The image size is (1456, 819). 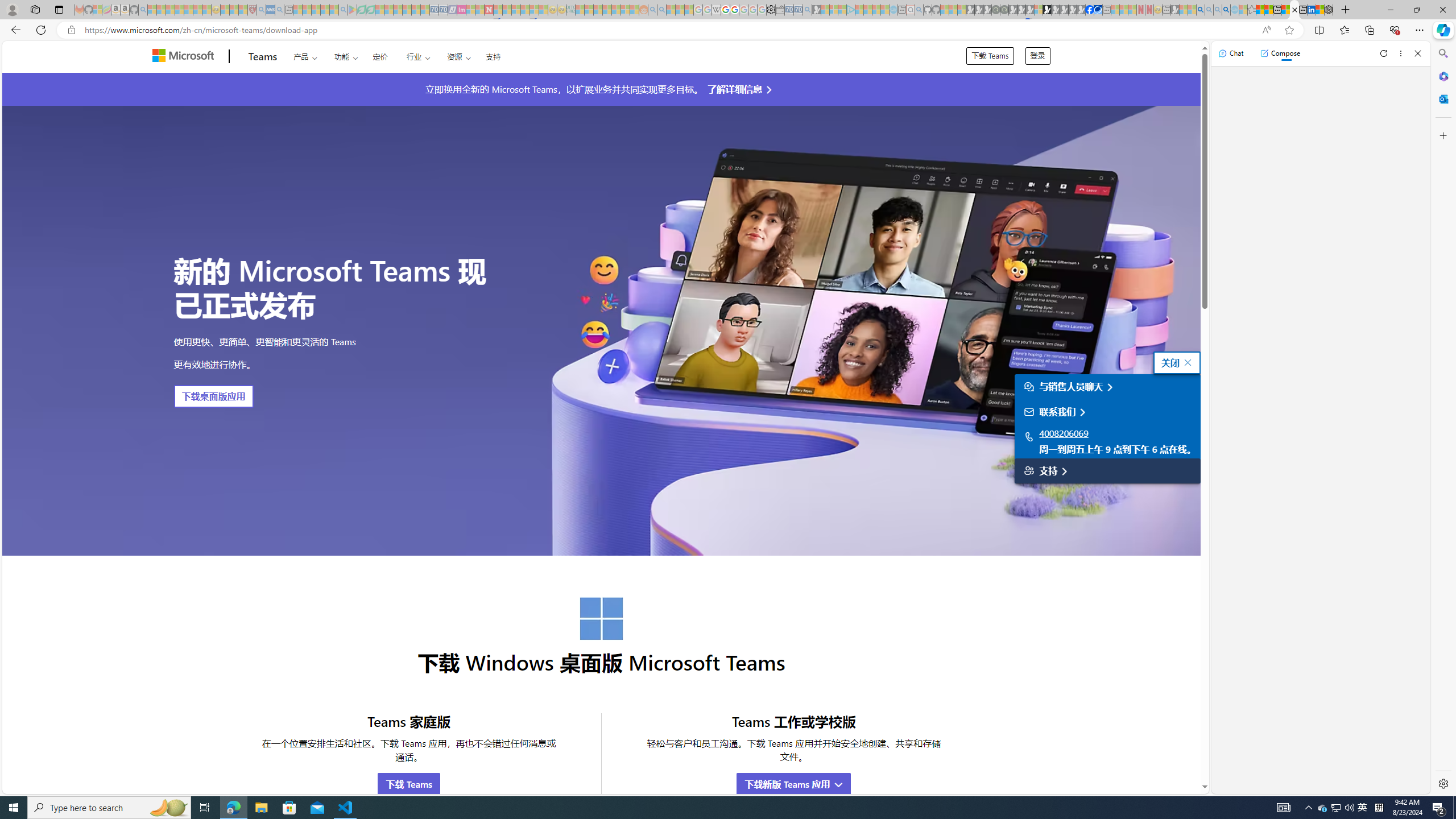 I want to click on 'Microsoft Start Gaming - Sleeping', so click(x=816, y=9).